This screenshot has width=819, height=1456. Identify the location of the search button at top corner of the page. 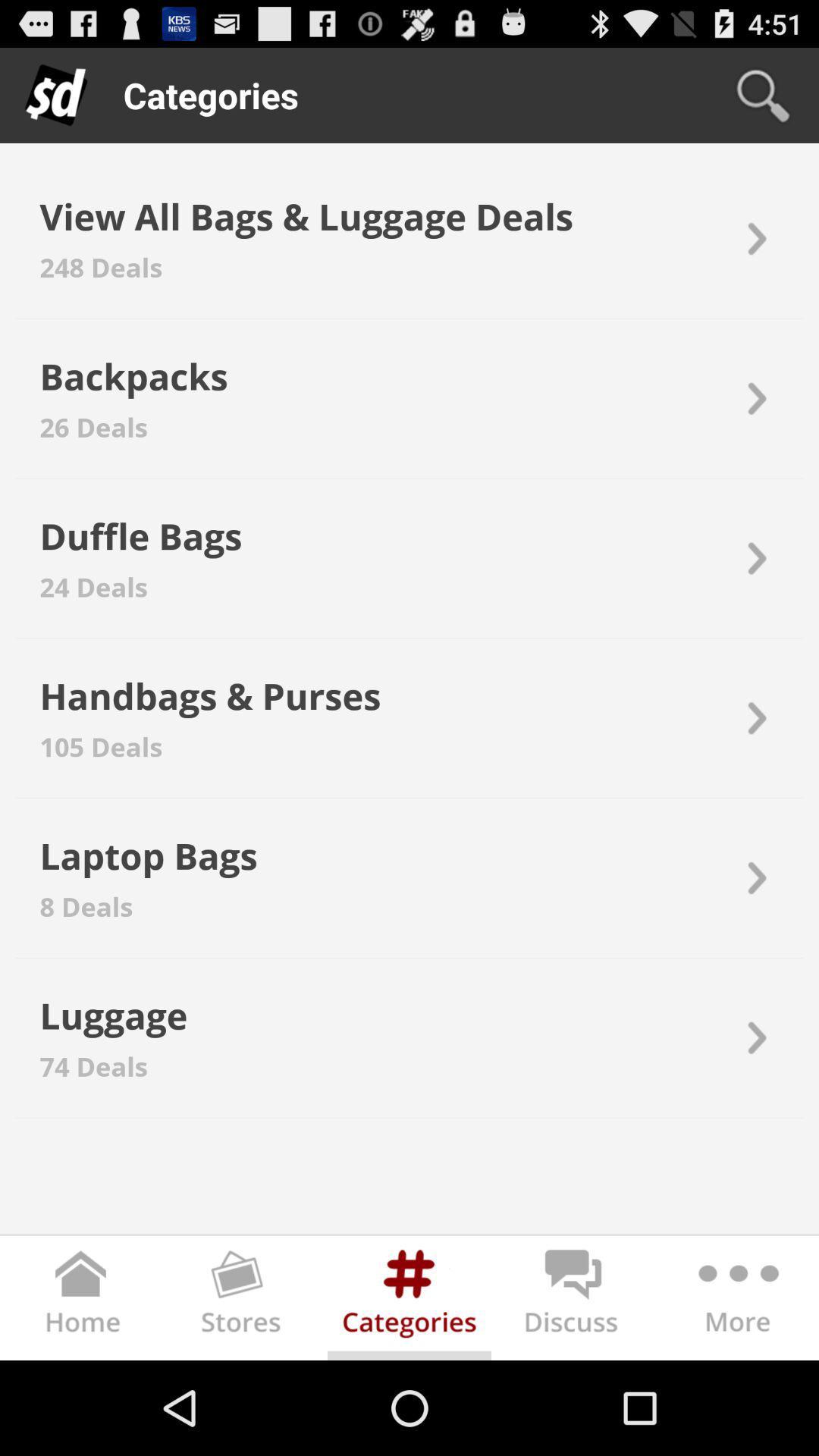
(763, 94).